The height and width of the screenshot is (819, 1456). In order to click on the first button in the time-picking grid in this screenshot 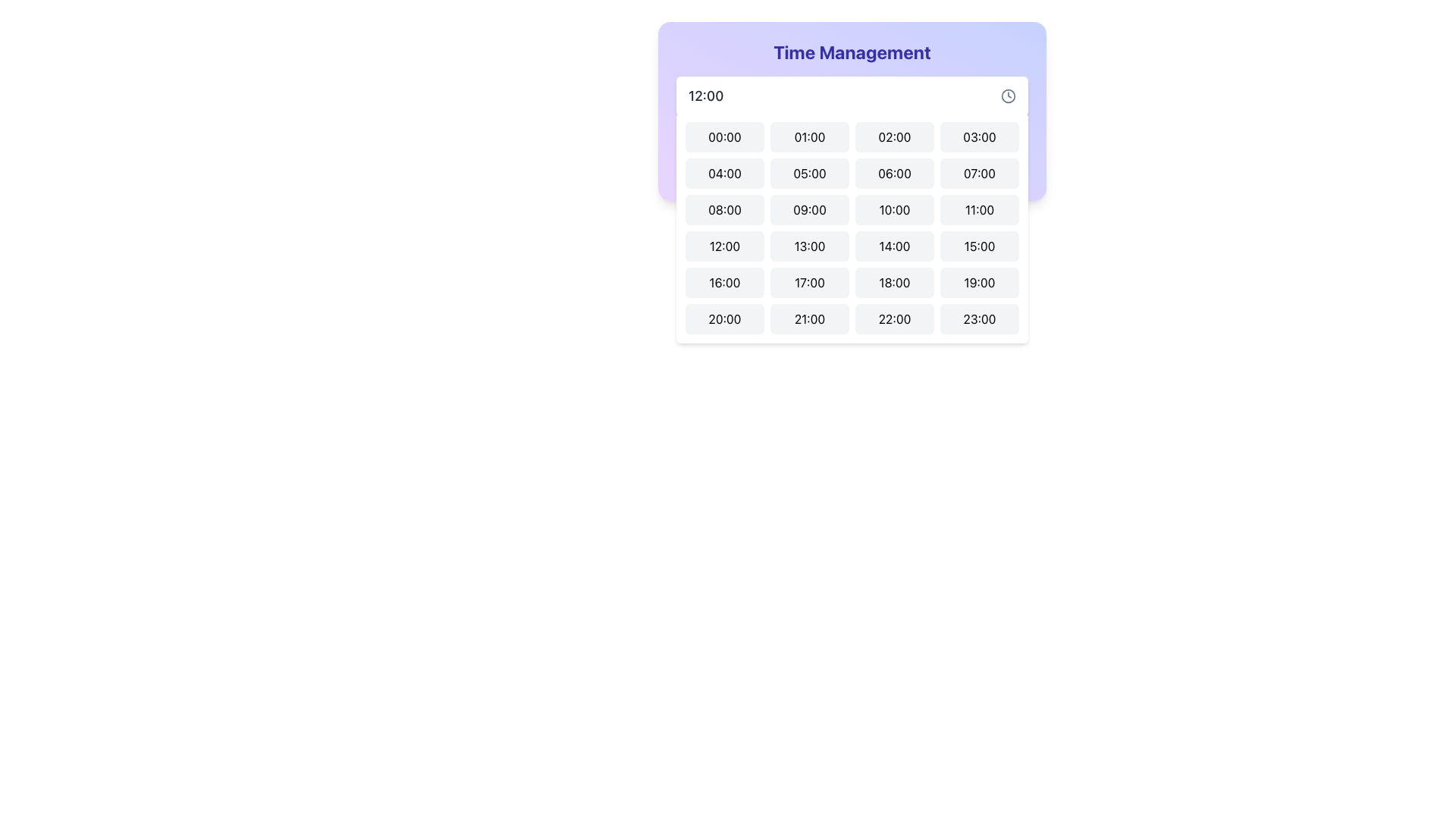, I will do `click(723, 137)`.